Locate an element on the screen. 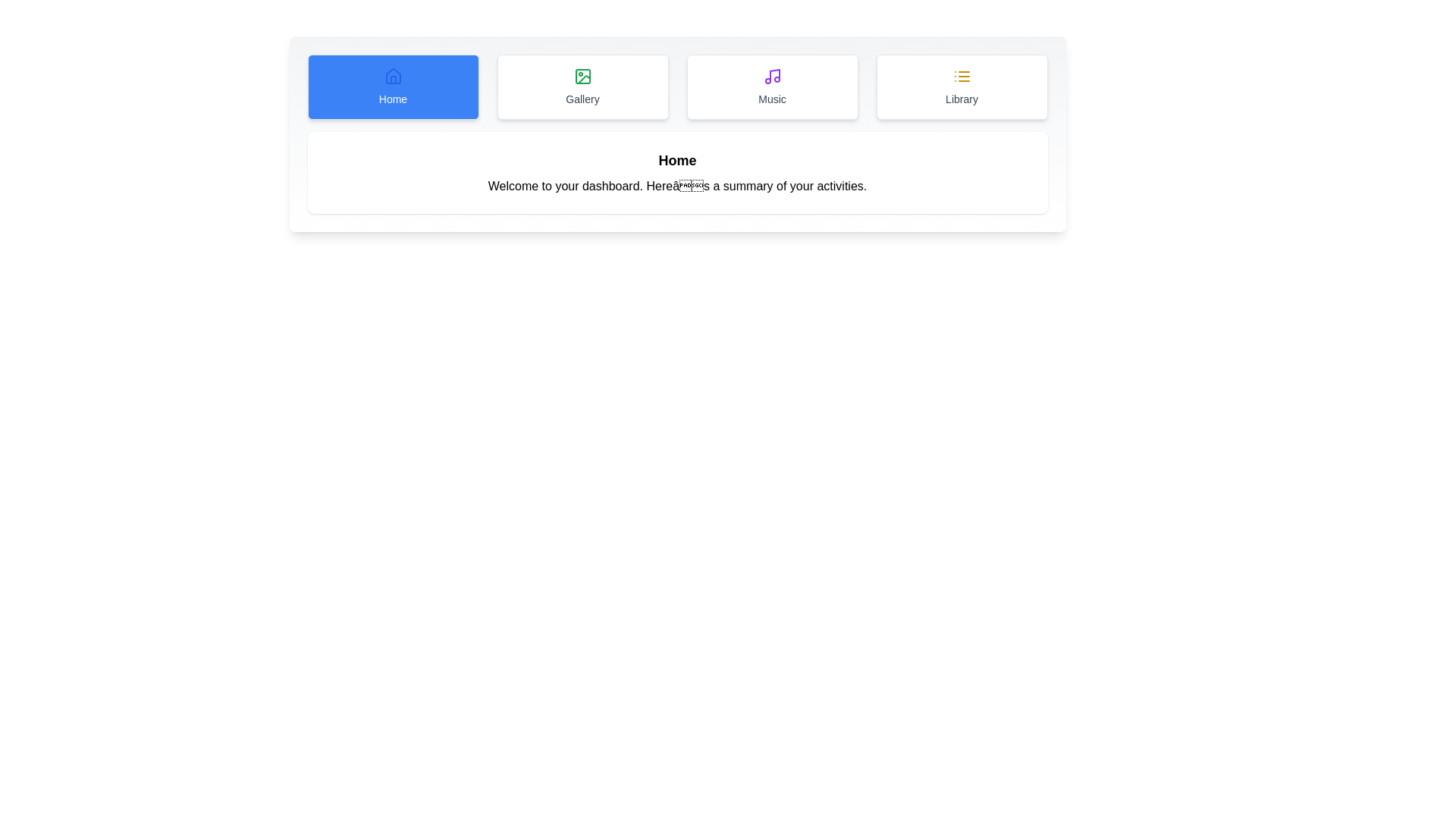 This screenshot has width=1456, height=819. the button labeled Gallery to observe its hover effect is located at coordinates (582, 87).